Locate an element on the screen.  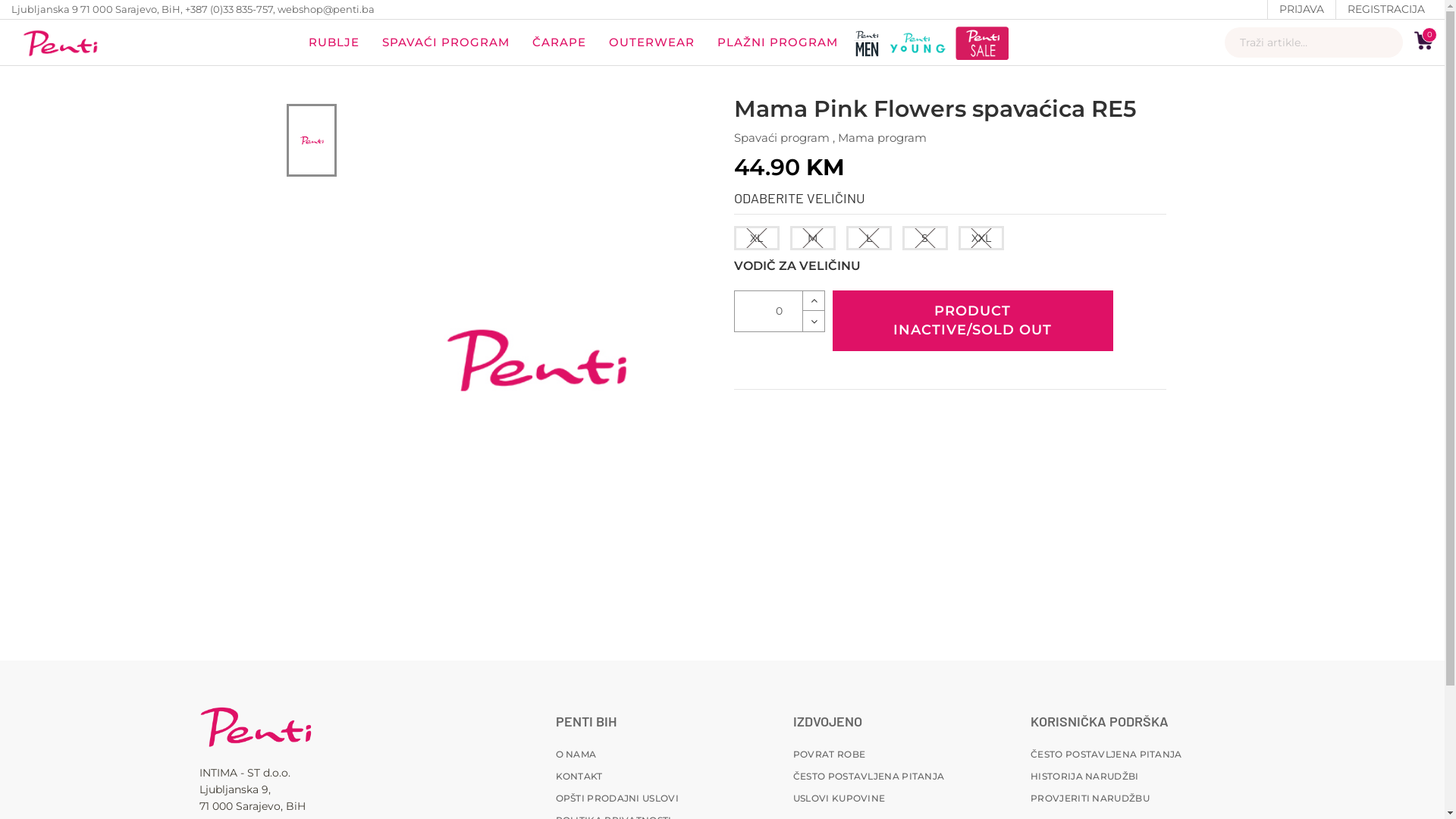
'penti-young' is located at coordinates (916, 42).